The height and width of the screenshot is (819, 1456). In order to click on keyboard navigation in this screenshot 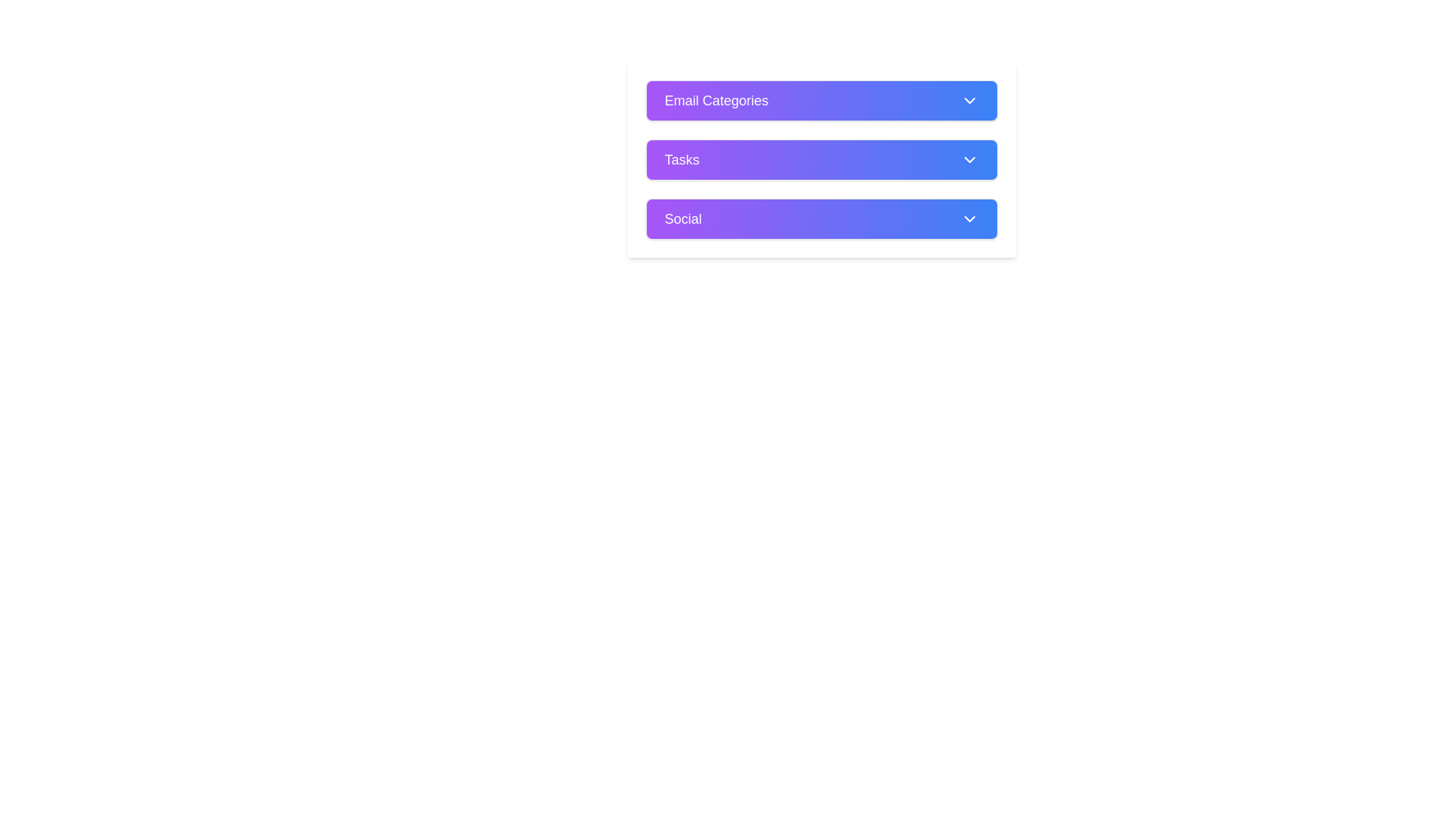, I will do `click(821, 160)`.